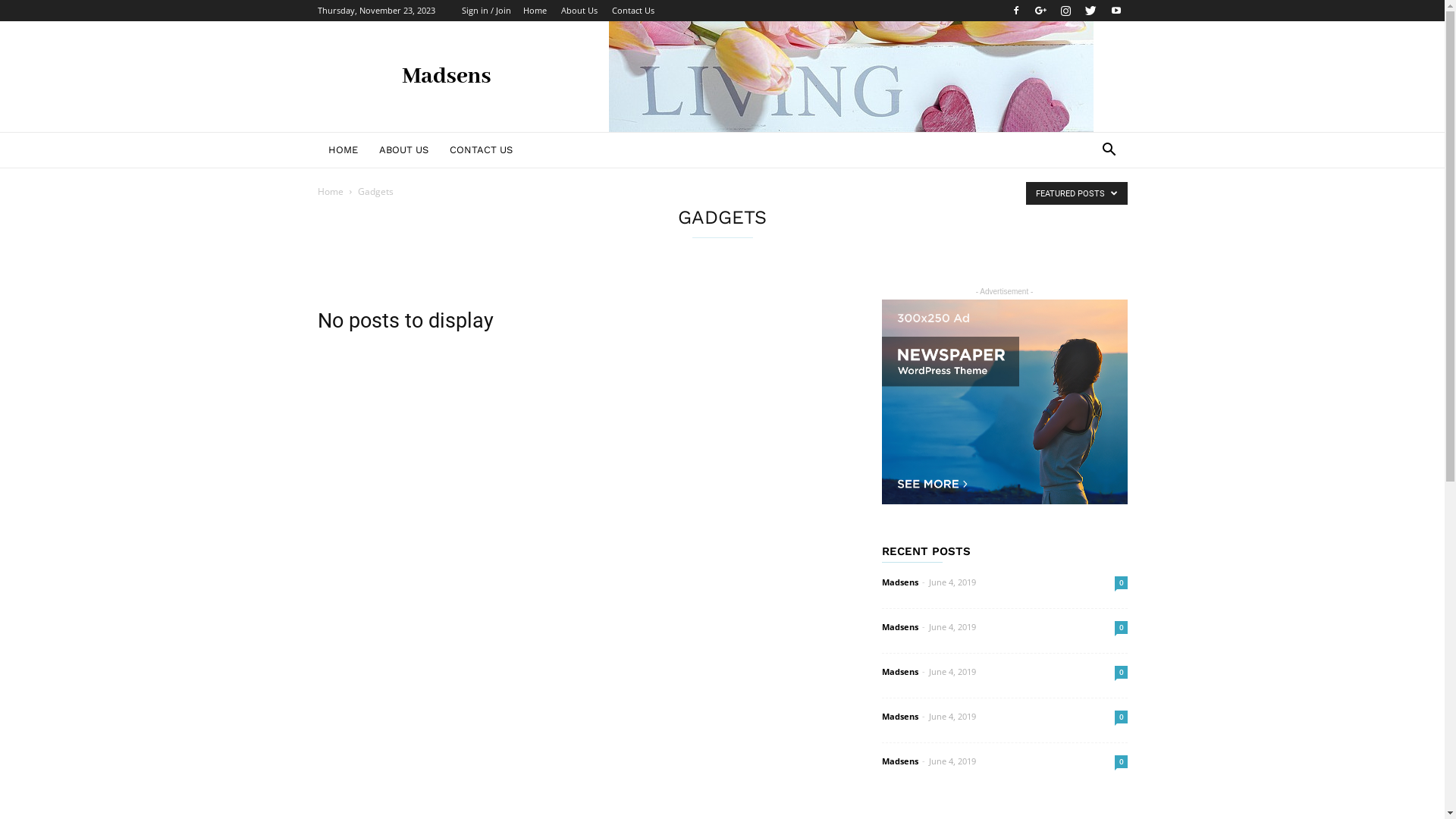 The height and width of the screenshot is (819, 1456). I want to click on 'Madsens', so click(880, 670).